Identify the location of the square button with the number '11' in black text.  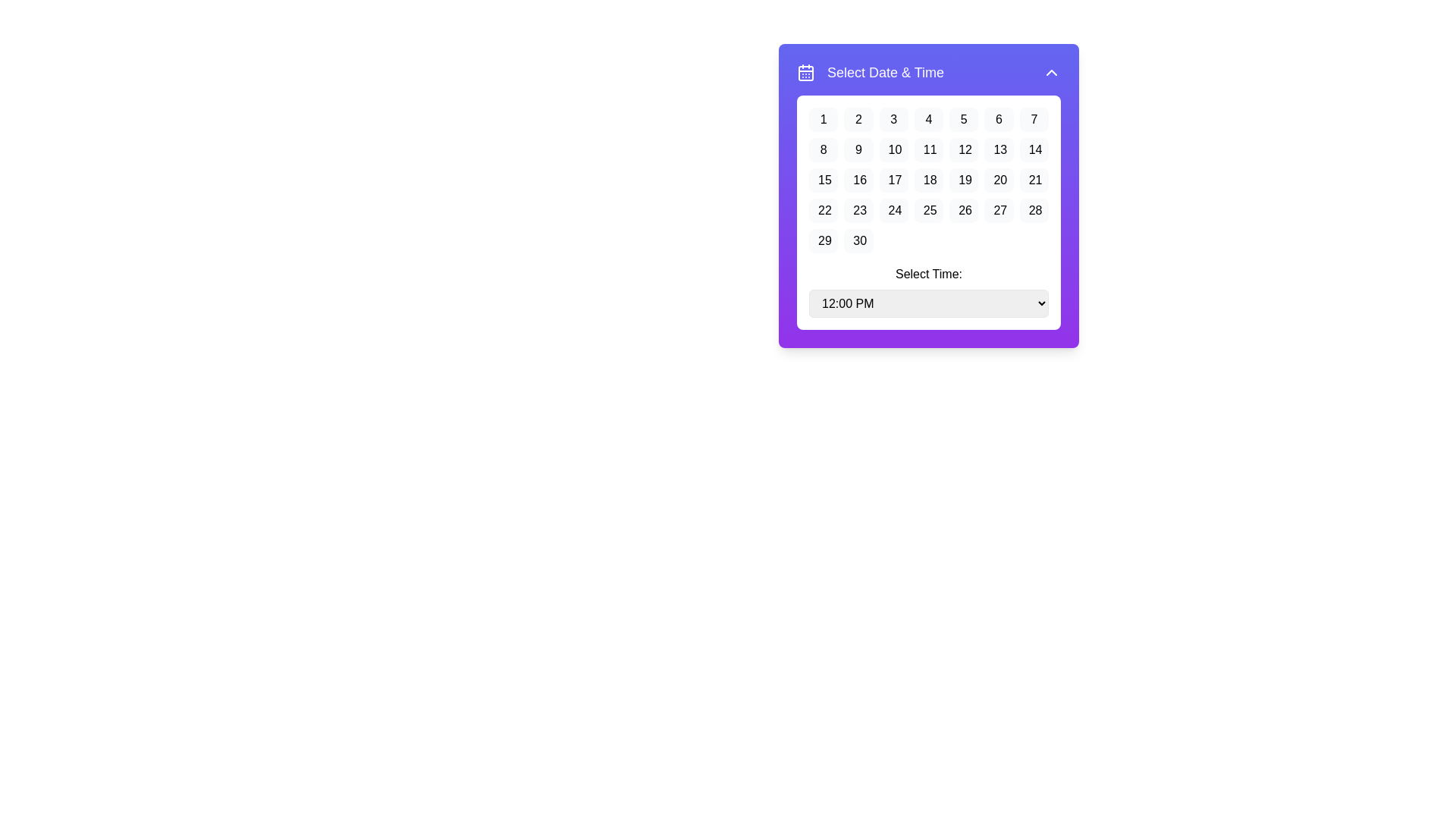
(927, 149).